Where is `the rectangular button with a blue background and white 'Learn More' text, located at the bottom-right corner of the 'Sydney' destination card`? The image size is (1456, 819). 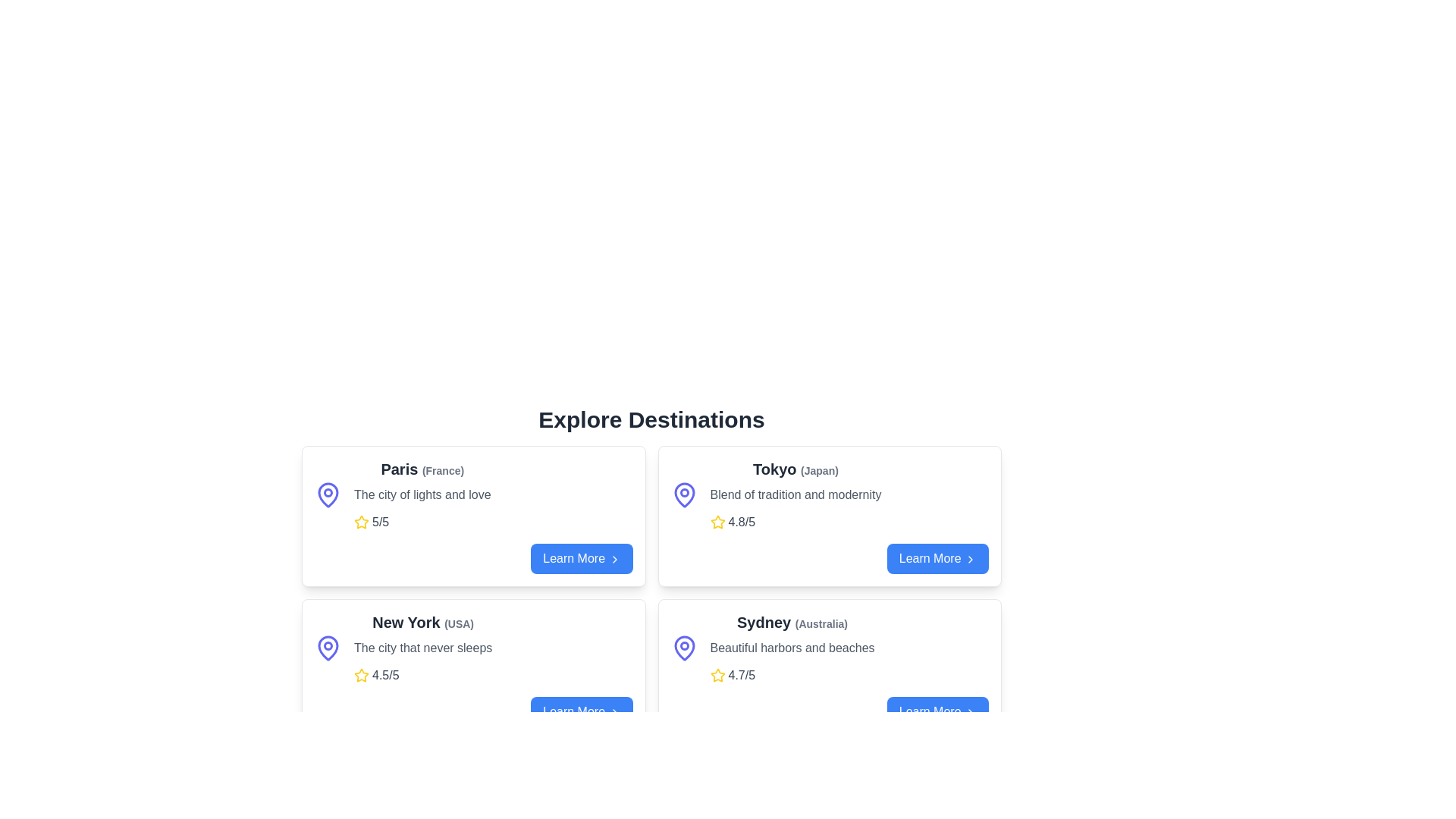 the rectangular button with a blue background and white 'Learn More' text, located at the bottom-right corner of the 'Sydney' destination card is located at coordinates (937, 711).